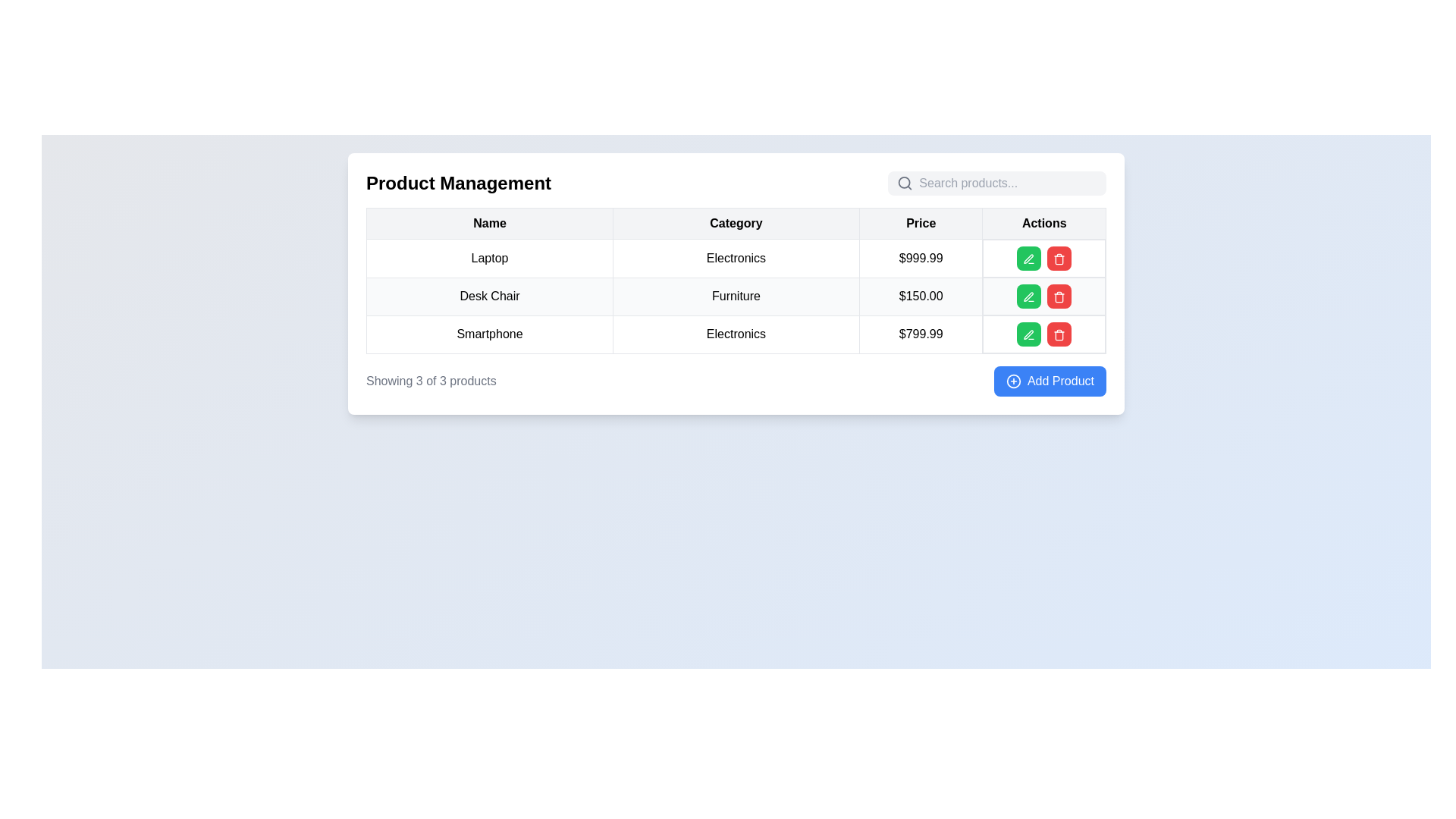 This screenshot has height=819, width=1456. Describe the element at coordinates (1029, 333) in the screenshot. I see `the green rounded rectangle-shaped edit button with a white pen icon located in the third row of the table under the 'Actions' column` at that location.